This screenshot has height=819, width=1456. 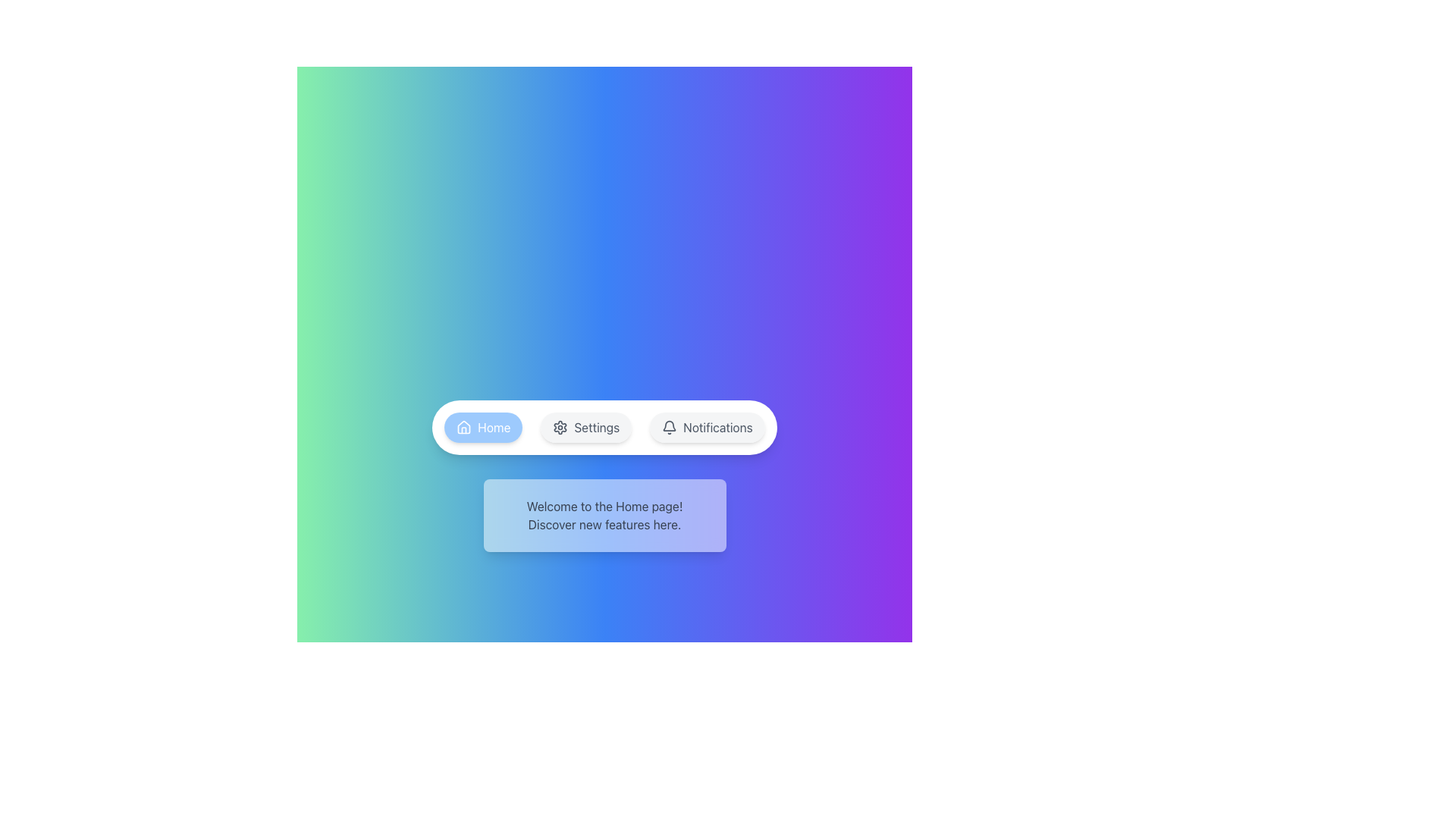 I want to click on the 'Home' button, which is a rounded rectangular button with a light blue background and white text displaying 'Home', to observe any hover effects, so click(x=482, y=427).